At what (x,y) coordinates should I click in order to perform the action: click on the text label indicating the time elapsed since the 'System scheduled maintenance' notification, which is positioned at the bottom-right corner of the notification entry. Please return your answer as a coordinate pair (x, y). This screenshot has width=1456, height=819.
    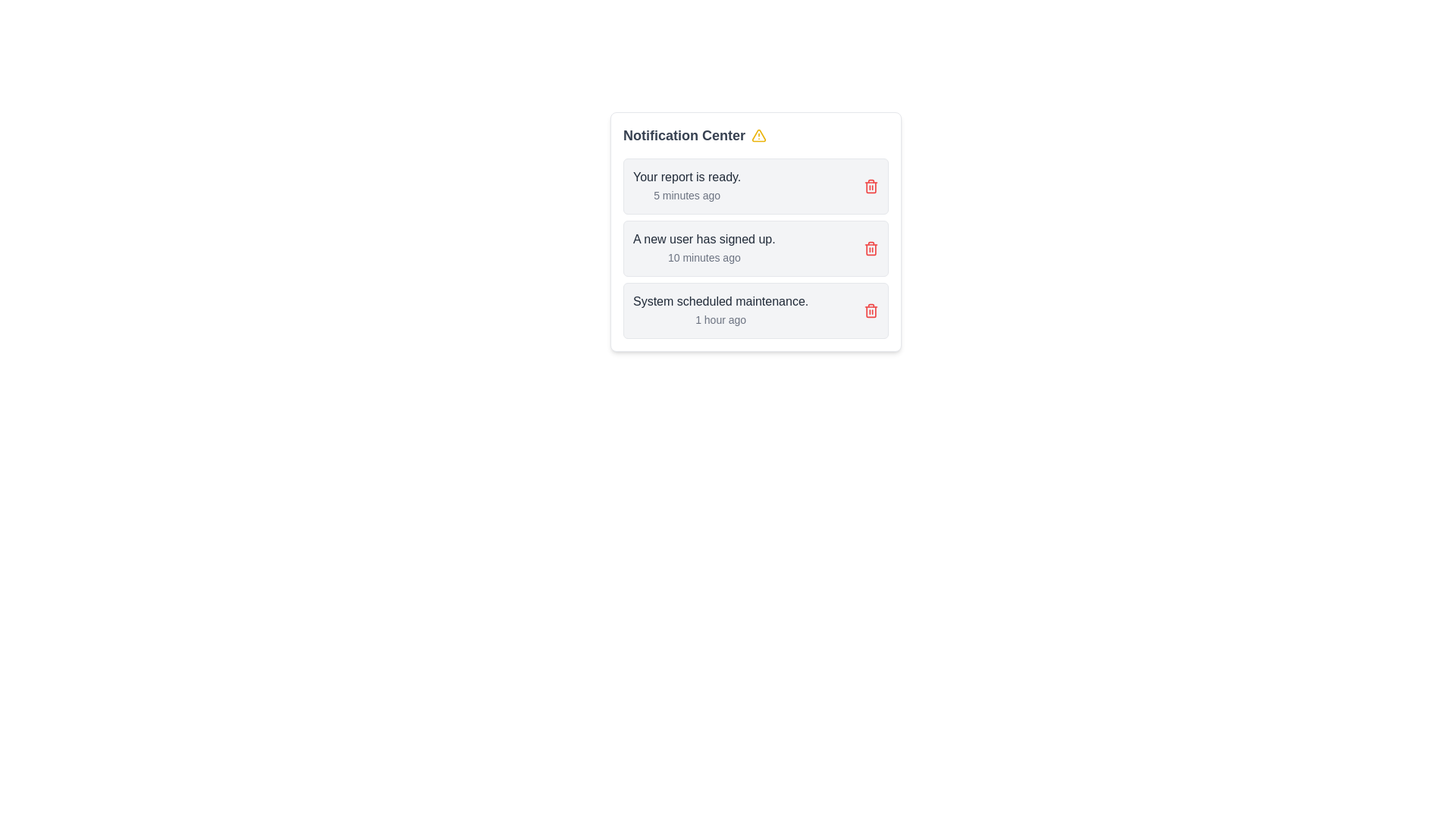
    Looking at the image, I should click on (720, 318).